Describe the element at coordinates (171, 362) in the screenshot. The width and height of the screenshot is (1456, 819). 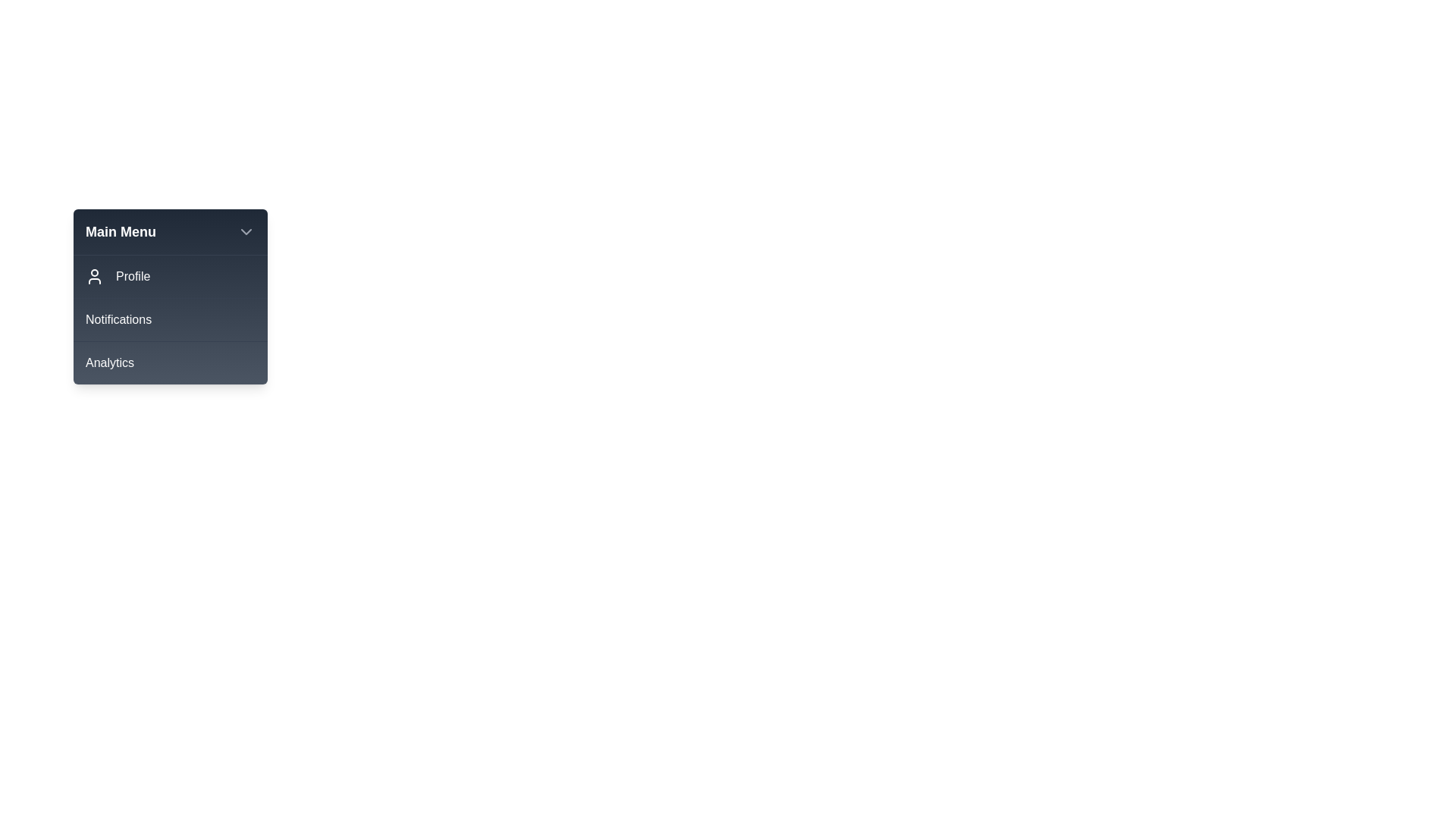
I see `the menu item Analytics from the interactive menu` at that location.